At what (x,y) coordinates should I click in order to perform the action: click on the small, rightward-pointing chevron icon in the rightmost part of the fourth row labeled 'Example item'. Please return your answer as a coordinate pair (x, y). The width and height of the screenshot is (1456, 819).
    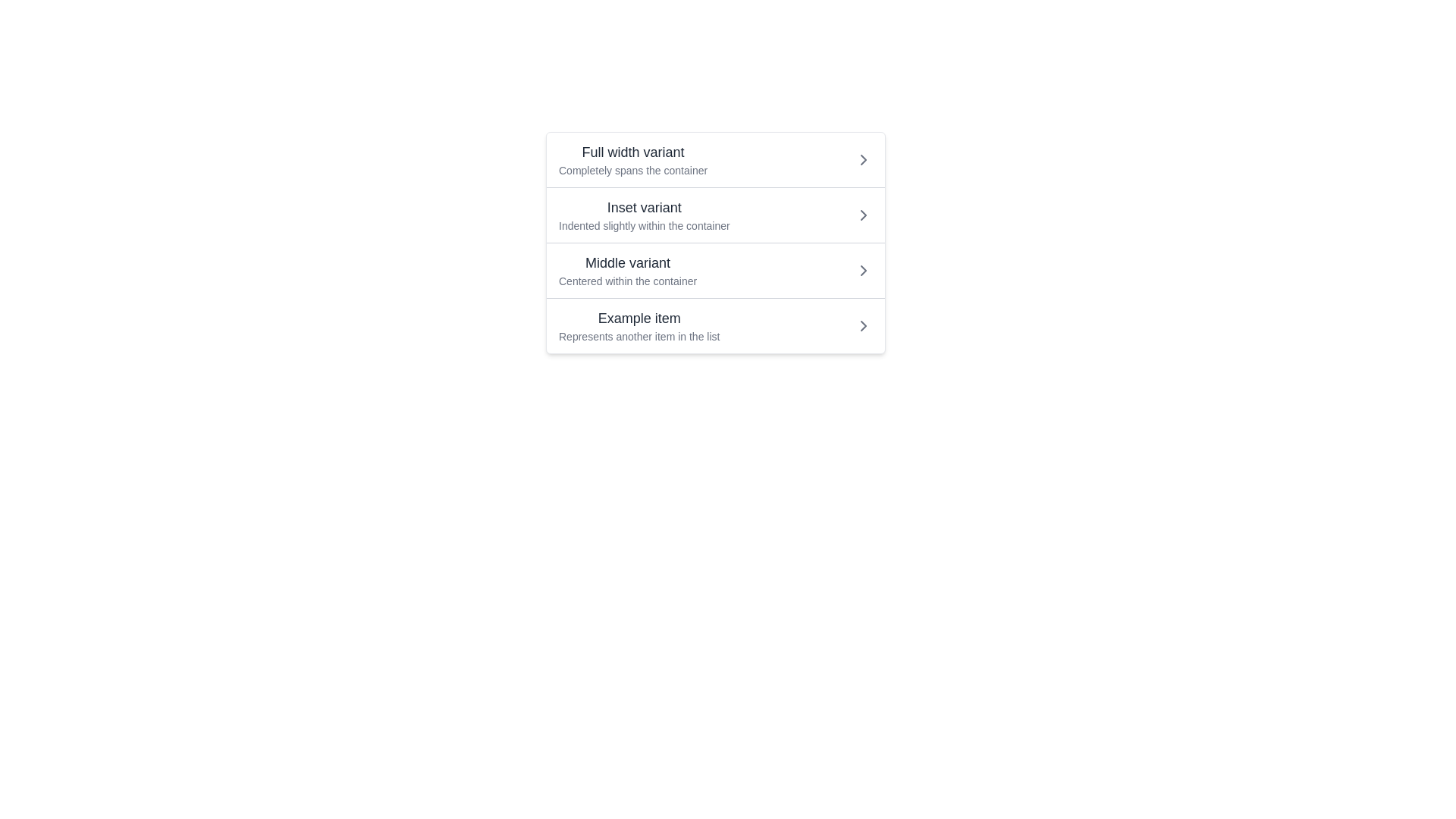
    Looking at the image, I should click on (863, 325).